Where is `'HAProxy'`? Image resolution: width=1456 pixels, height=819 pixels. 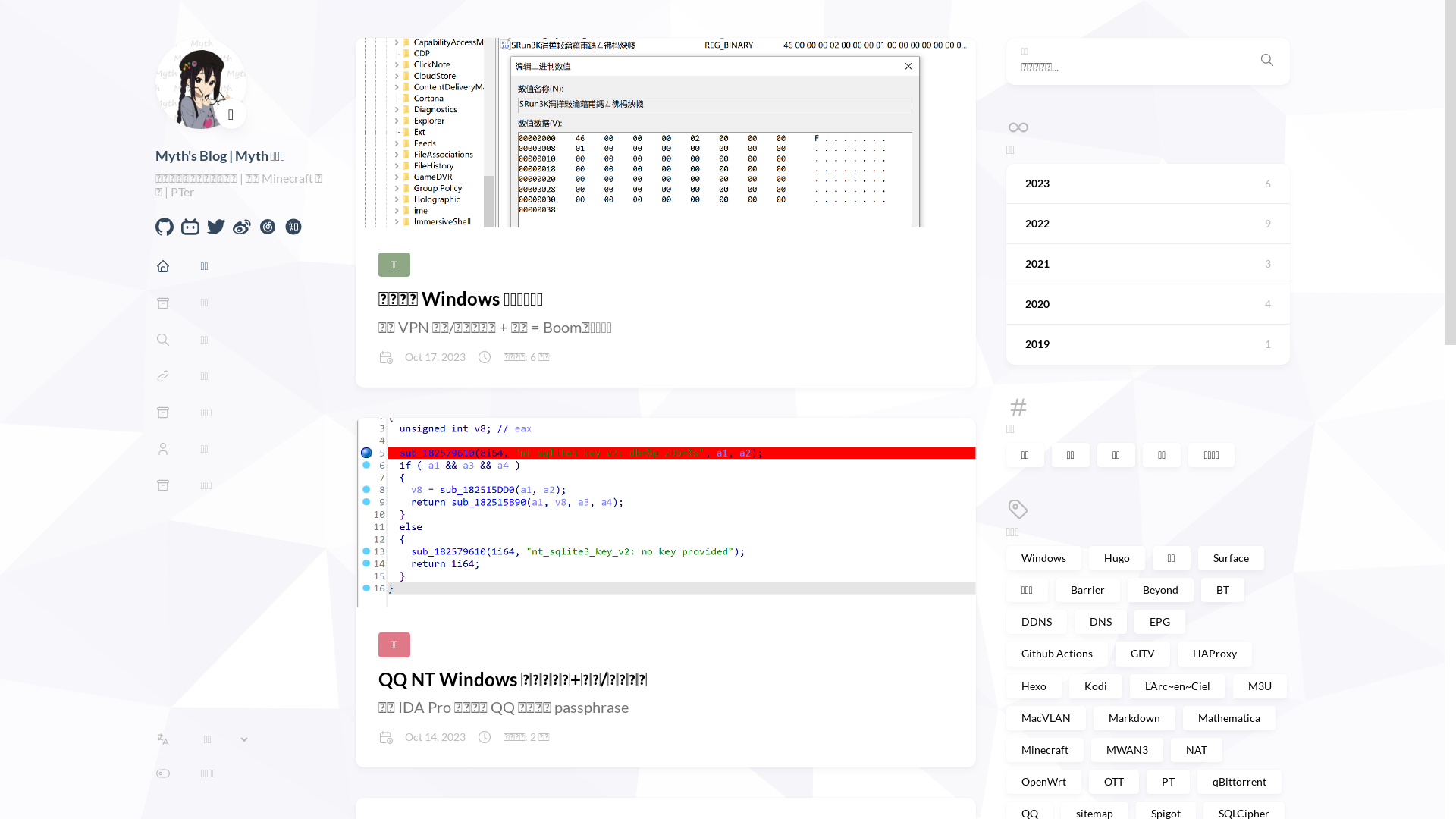 'HAProxy' is located at coordinates (1214, 652).